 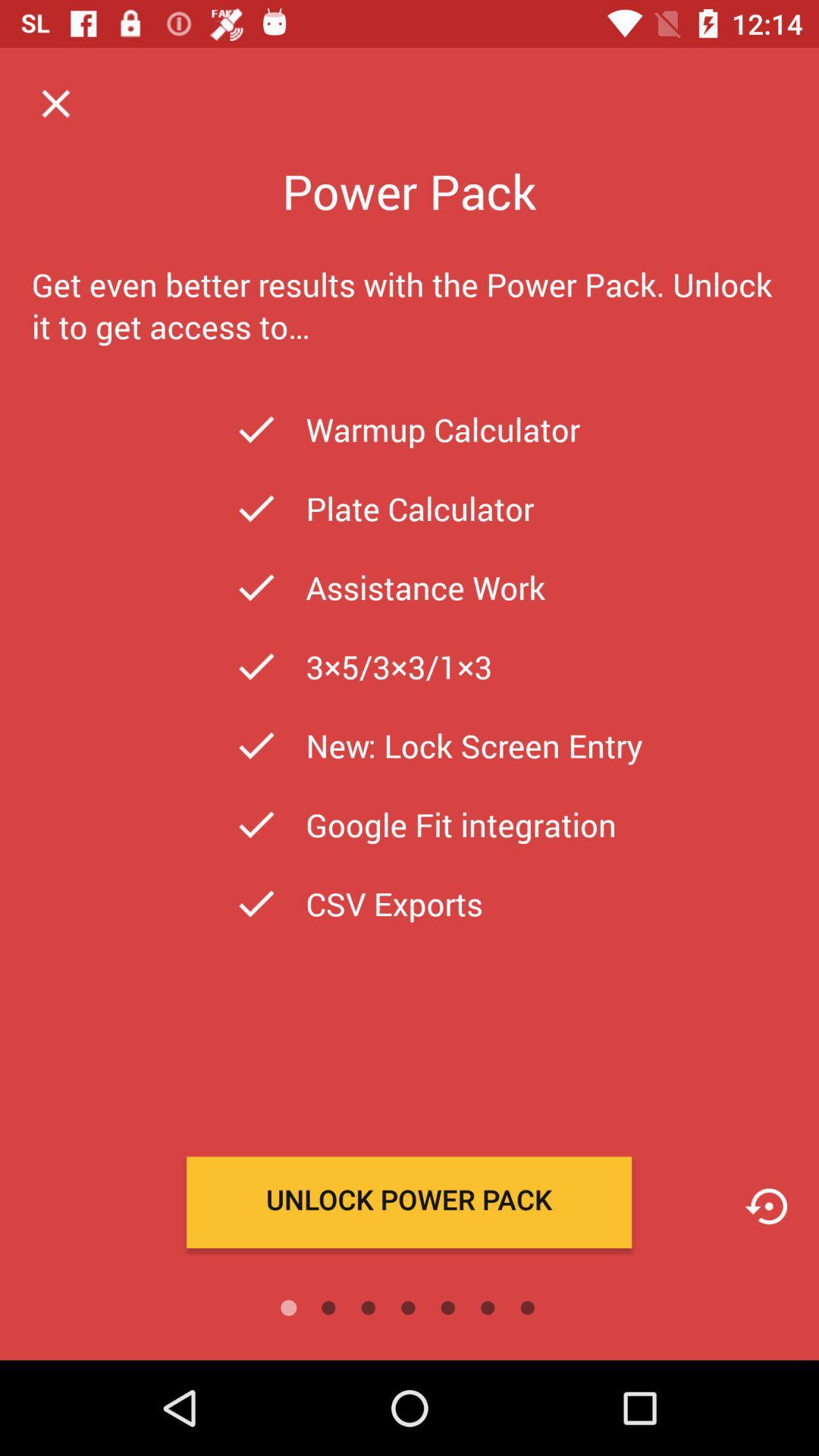 What do you see at coordinates (766, 1206) in the screenshot?
I see `icon page` at bounding box center [766, 1206].